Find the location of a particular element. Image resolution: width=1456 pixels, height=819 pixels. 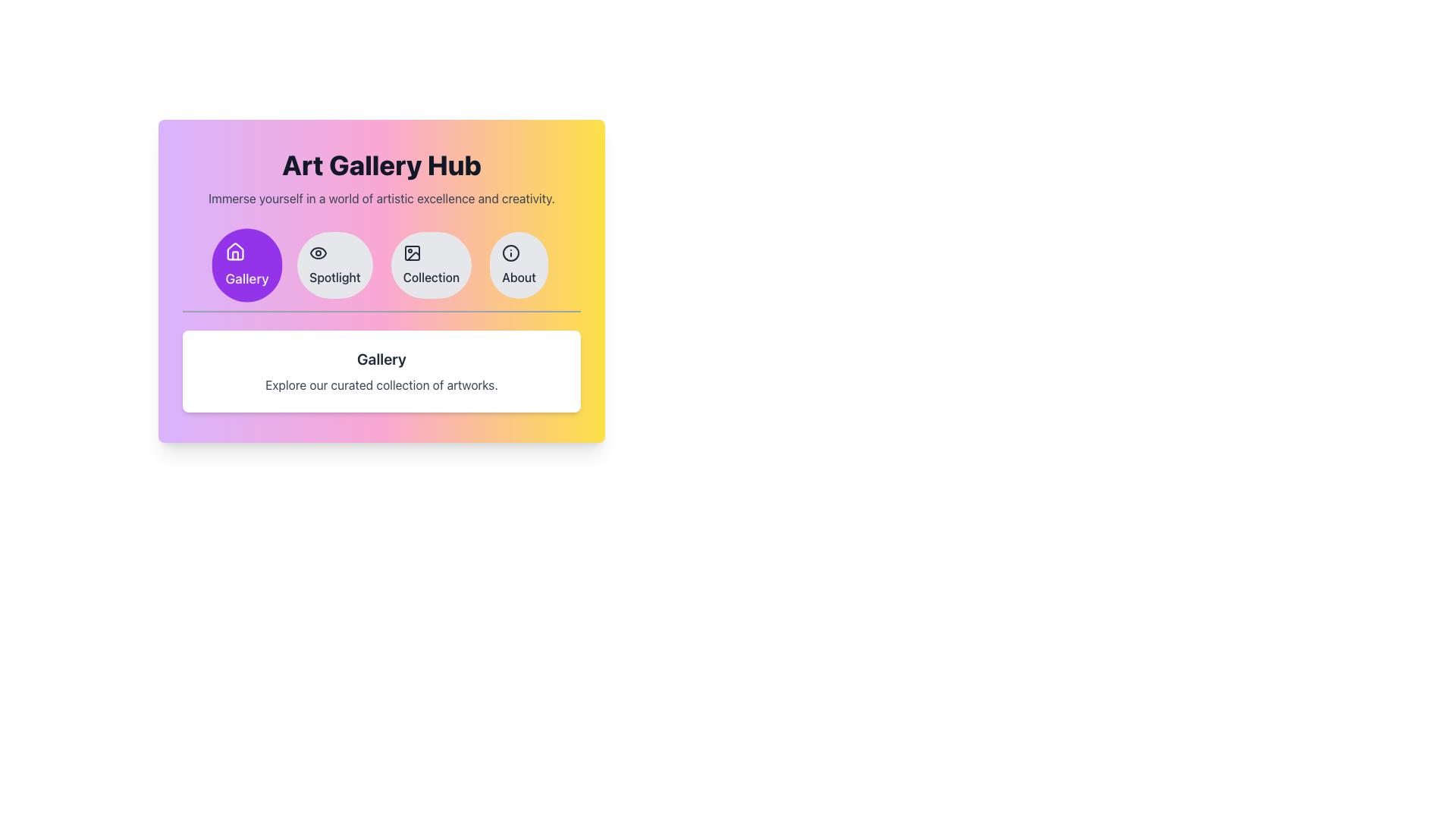

the 'Gallery' icon, which is the first circular graphic below the header is located at coordinates (234, 250).